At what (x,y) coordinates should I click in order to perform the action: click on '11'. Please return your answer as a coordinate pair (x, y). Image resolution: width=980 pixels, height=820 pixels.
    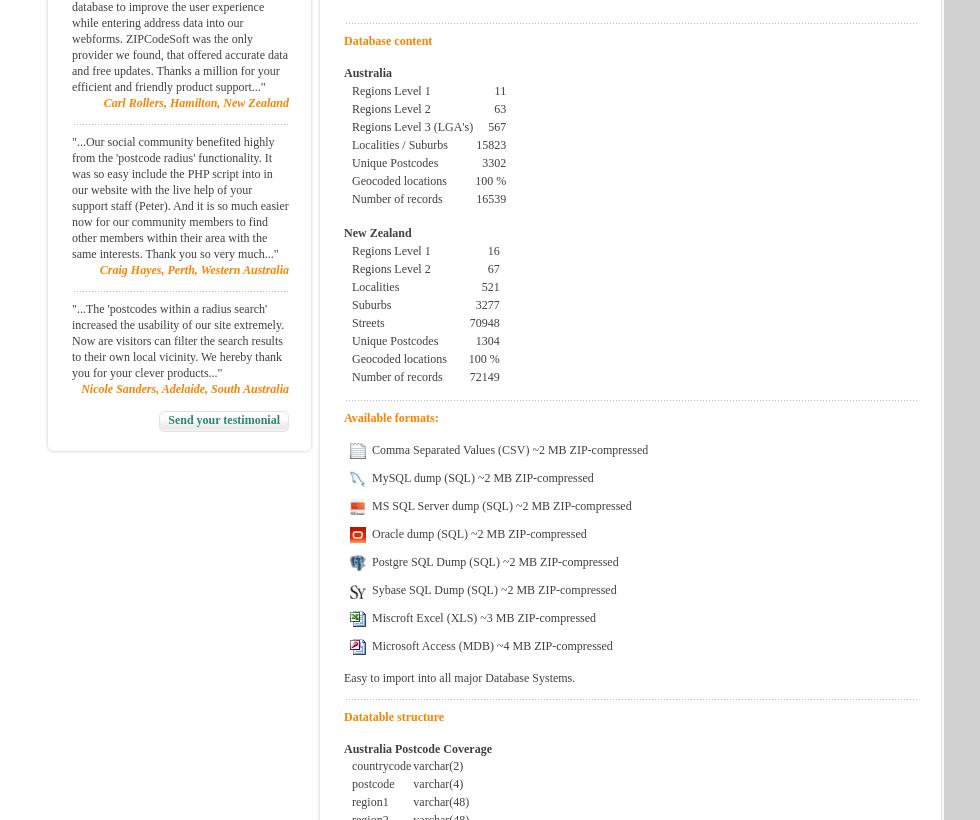
    Looking at the image, I should click on (499, 90).